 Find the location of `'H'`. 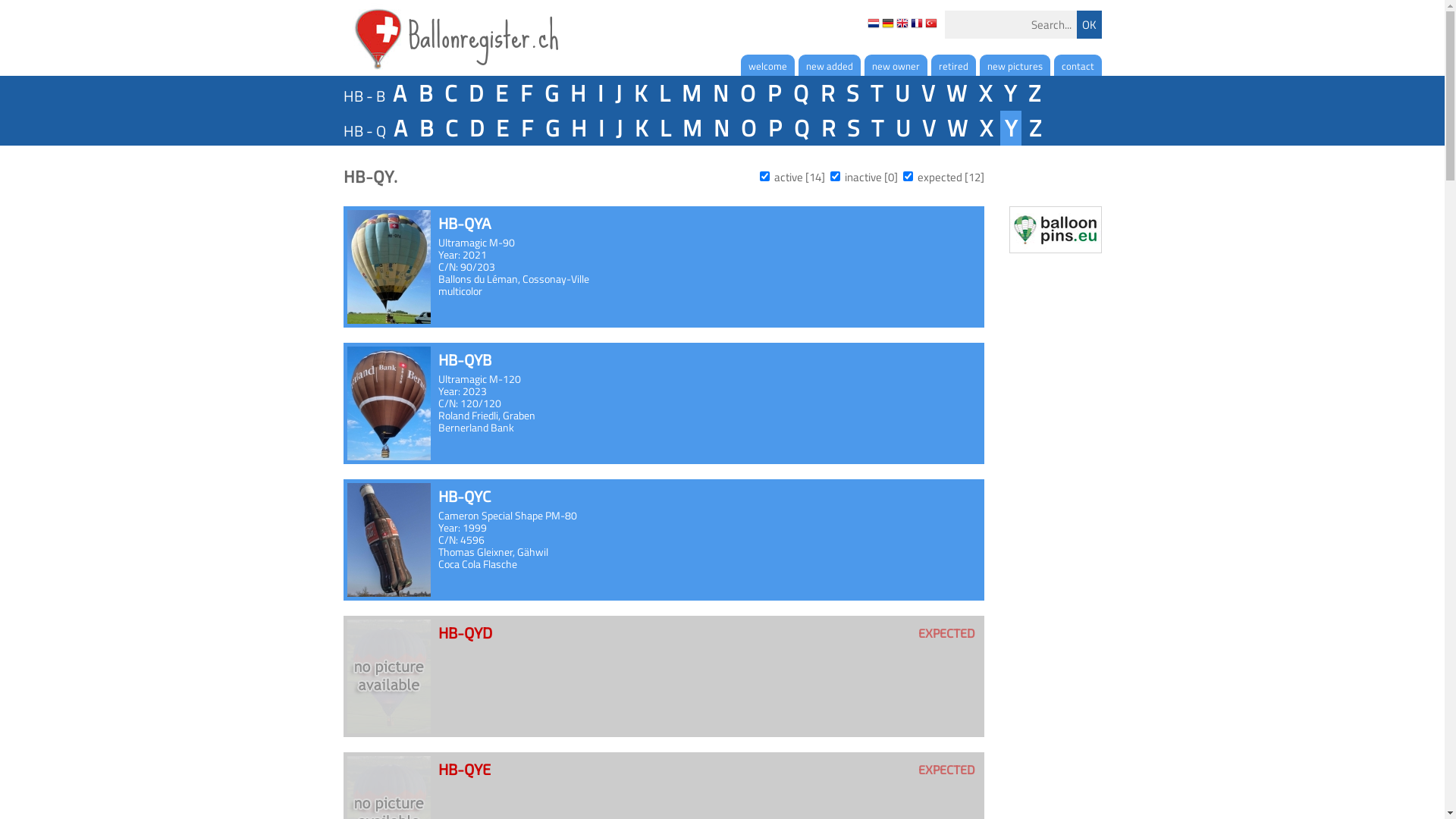

'H' is located at coordinates (577, 93).